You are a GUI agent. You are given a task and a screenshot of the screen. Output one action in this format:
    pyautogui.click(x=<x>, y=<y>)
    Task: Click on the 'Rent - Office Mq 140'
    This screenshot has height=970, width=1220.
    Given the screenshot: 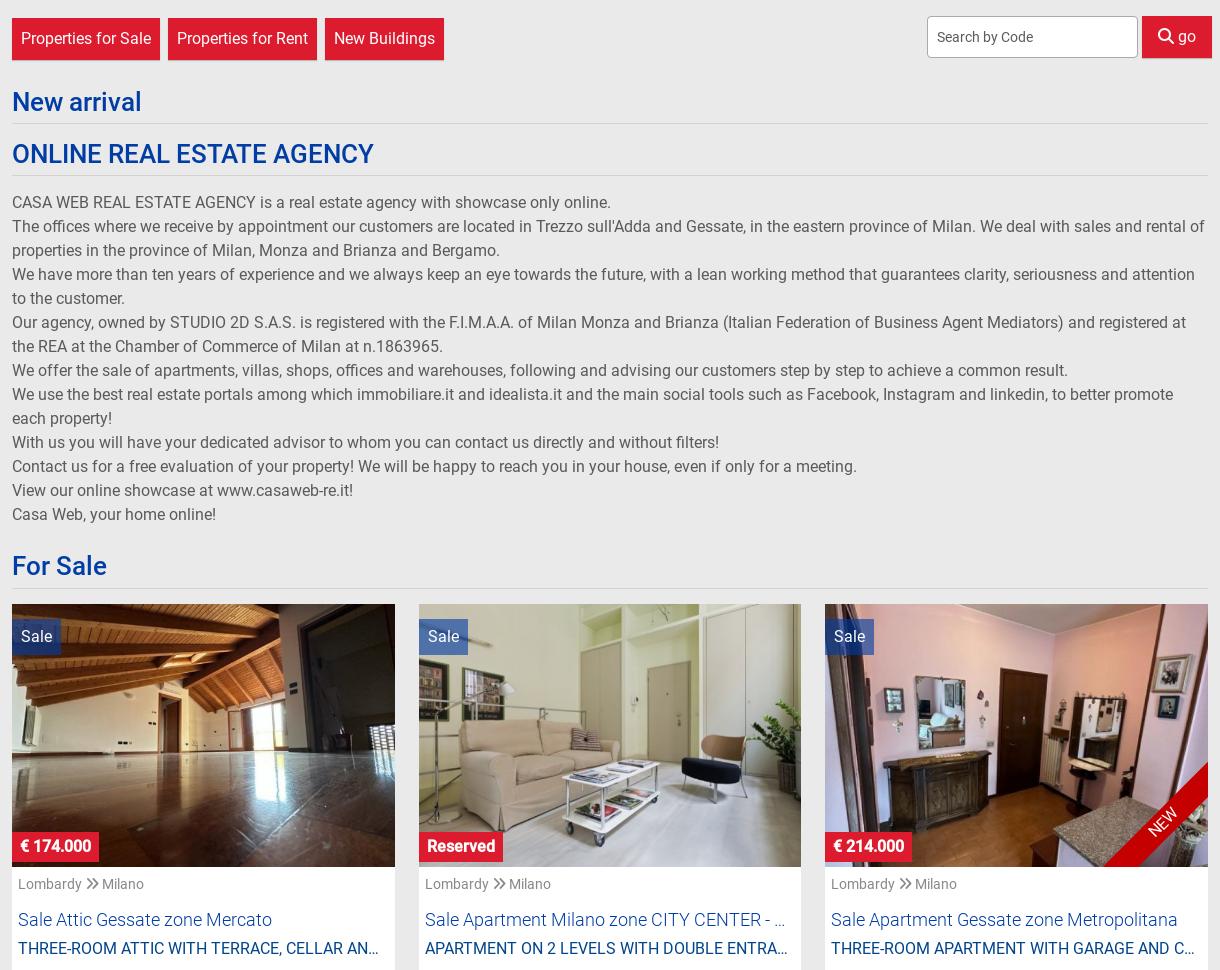 What is the action you would take?
    pyautogui.click(x=337, y=735)
    